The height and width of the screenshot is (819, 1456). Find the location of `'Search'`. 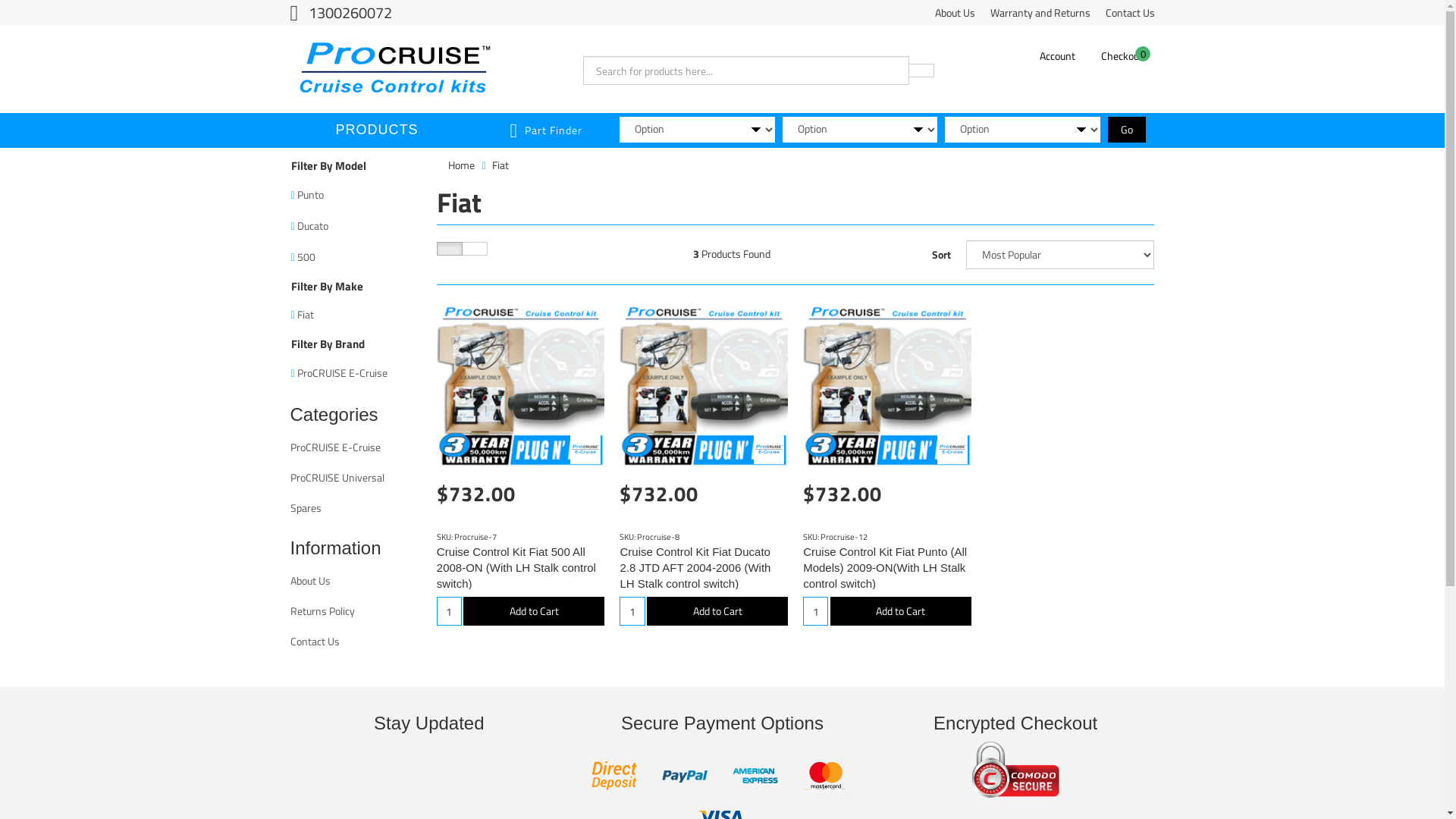

'Search' is located at coordinates (920, 70).